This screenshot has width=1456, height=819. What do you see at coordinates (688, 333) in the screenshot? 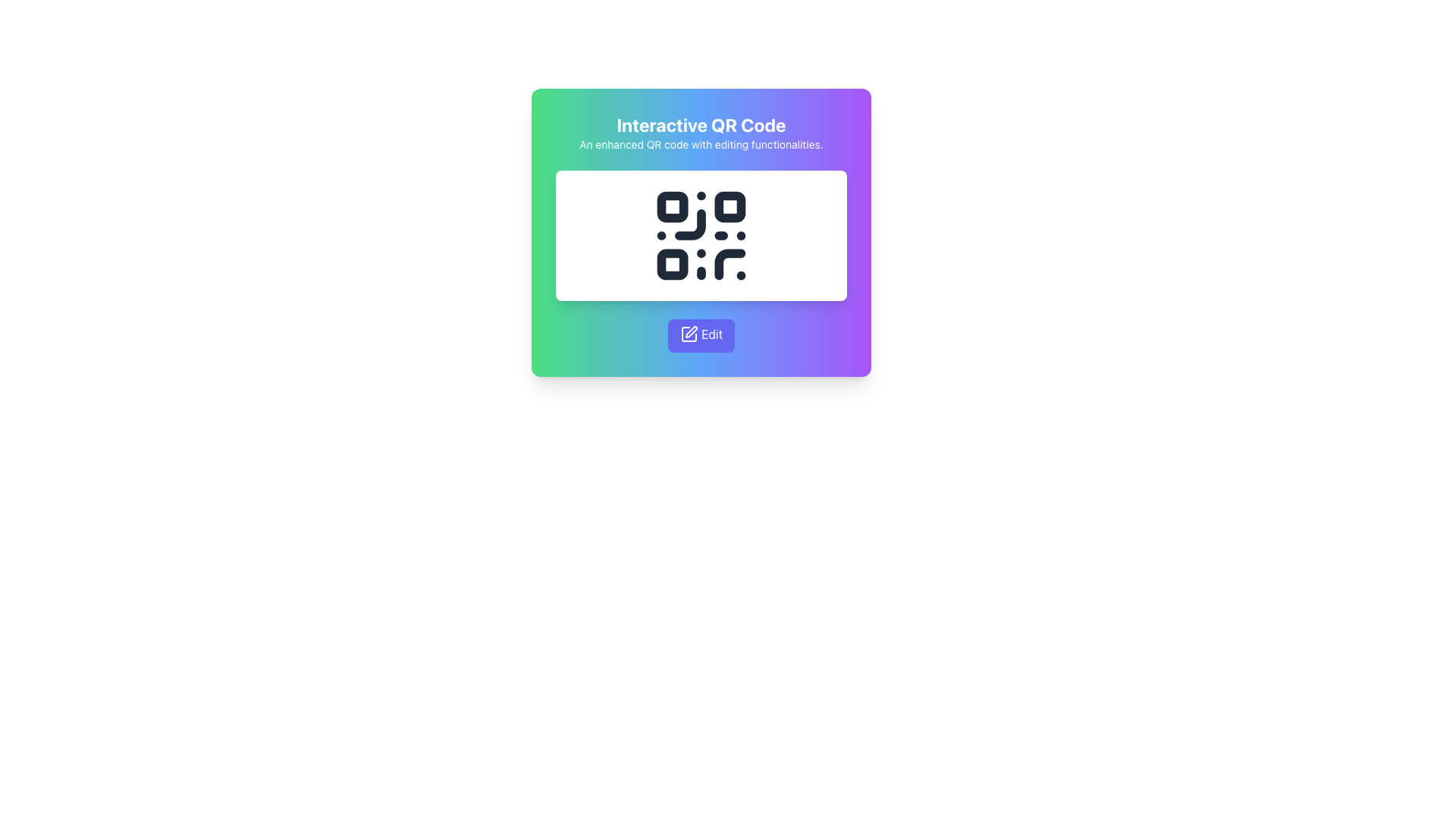
I see `the 'Edit' button, which is represented by an SVG icon, to trigger its functionality for editing the associated content` at bounding box center [688, 333].